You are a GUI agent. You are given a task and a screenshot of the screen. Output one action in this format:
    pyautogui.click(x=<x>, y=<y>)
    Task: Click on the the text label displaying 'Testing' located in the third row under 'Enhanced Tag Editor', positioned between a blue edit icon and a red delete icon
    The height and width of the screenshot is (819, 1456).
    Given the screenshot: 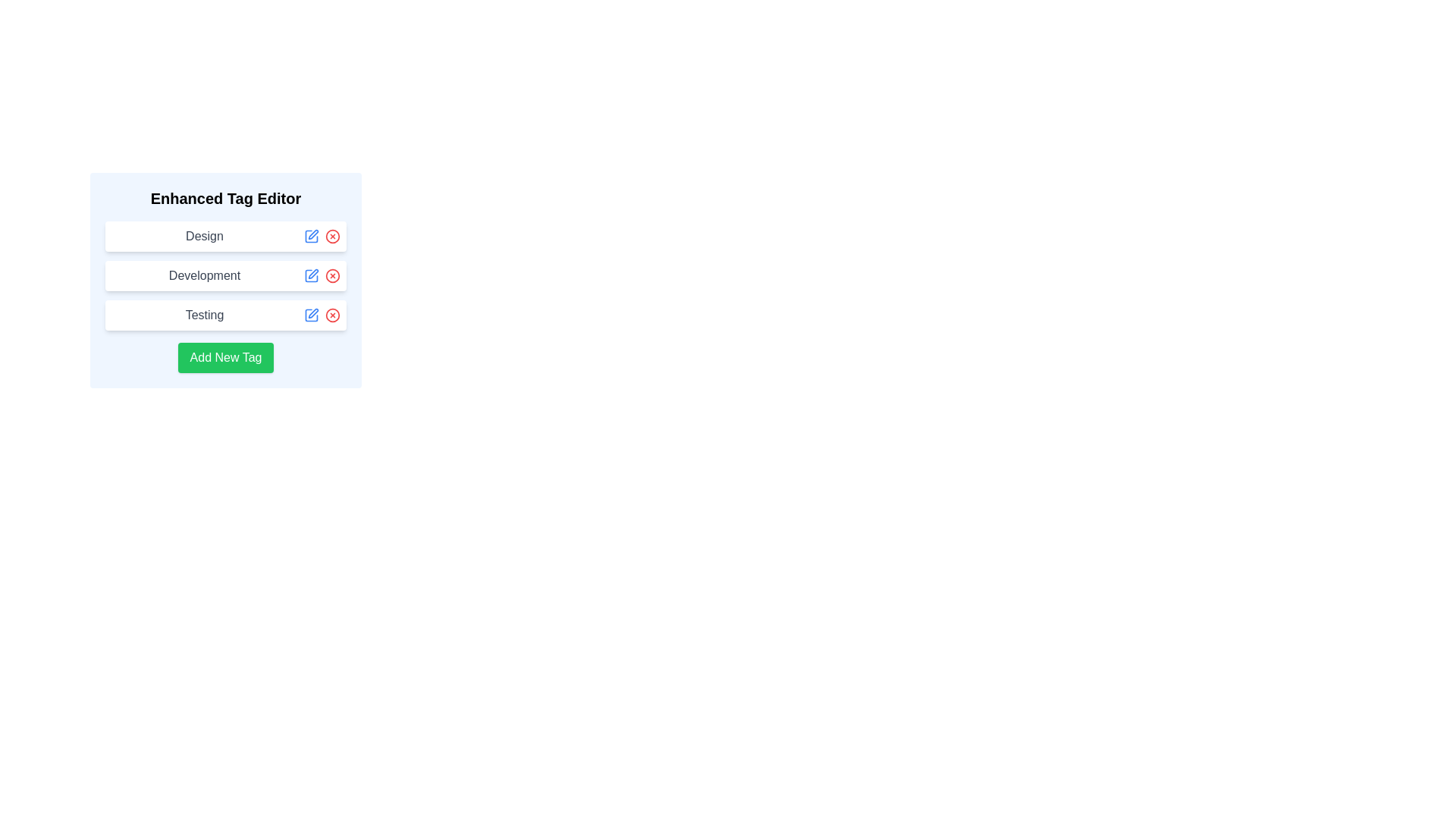 What is the action you would take?
    pyautogui.click(x=203, y=315)
    